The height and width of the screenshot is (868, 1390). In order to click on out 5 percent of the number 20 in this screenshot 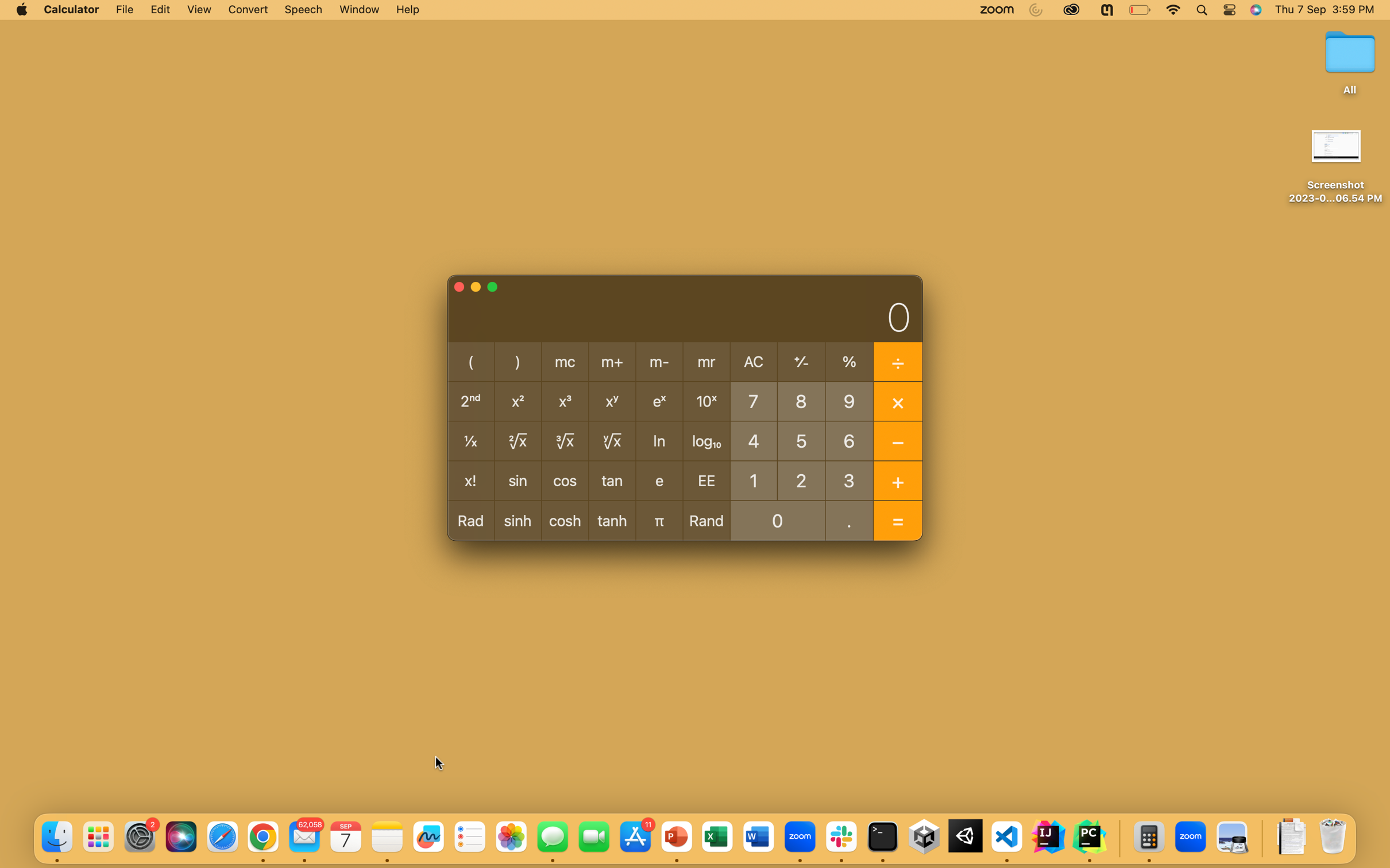, I will do `click(801, 439)`.